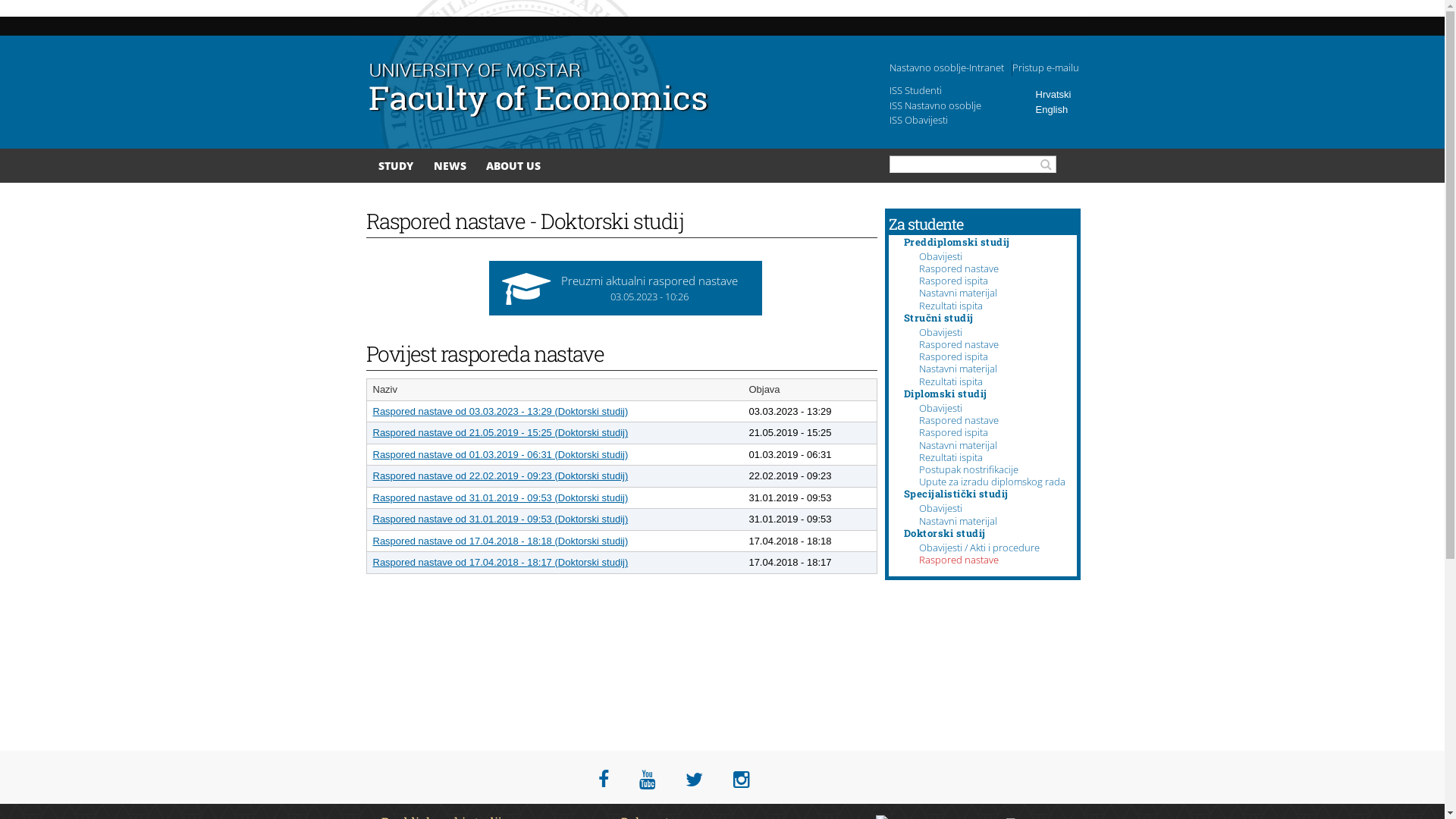 The height and width of the screenshot is (819, 1456). Describe the element at coordinates (957, 444) in the screenshot. I see `'Nastavni materijal'` at that location.